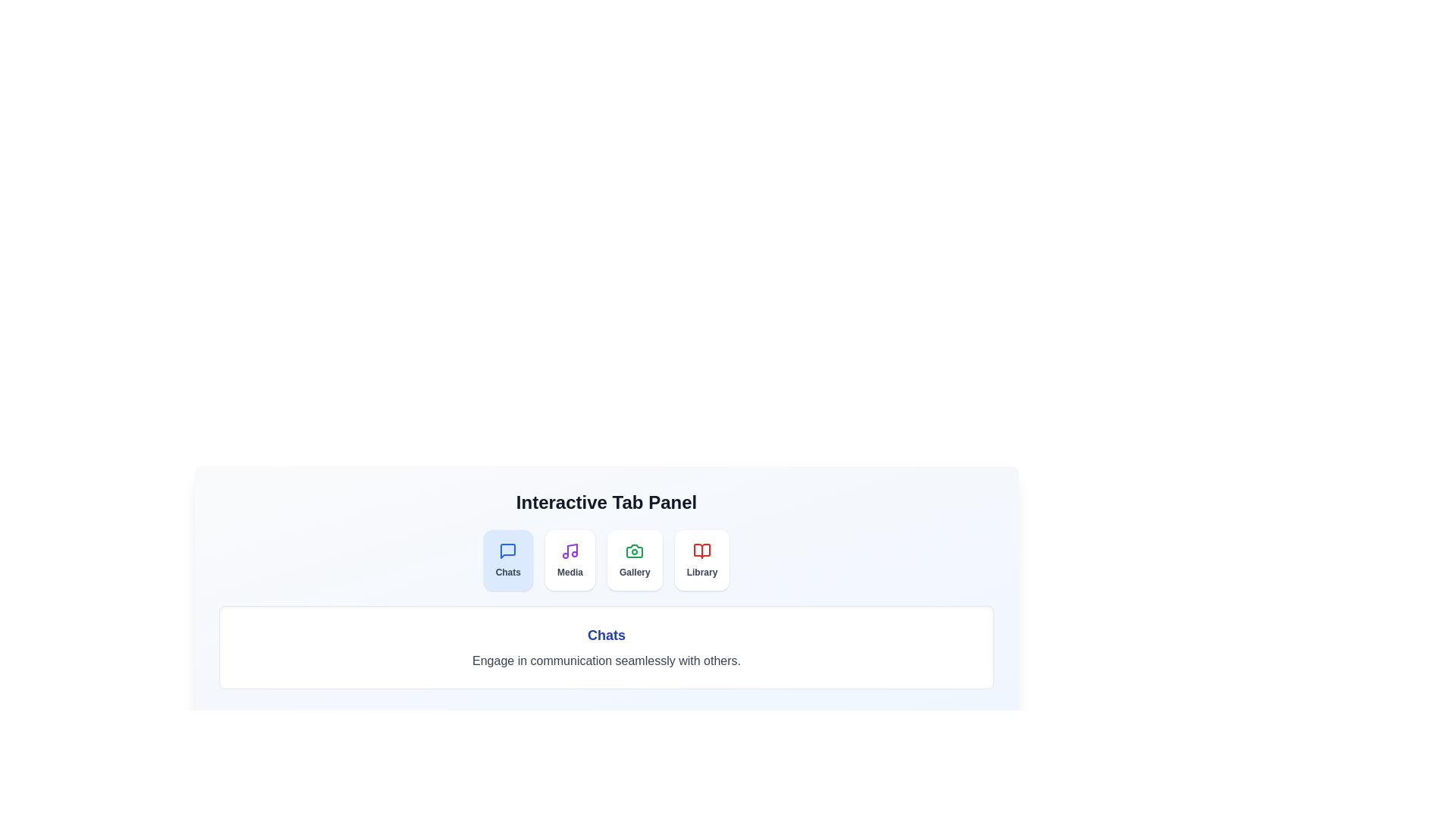 Image resolution: width=1456 pixels, height=819 pixels. I want to click on the tab Media, so click(570, 560).